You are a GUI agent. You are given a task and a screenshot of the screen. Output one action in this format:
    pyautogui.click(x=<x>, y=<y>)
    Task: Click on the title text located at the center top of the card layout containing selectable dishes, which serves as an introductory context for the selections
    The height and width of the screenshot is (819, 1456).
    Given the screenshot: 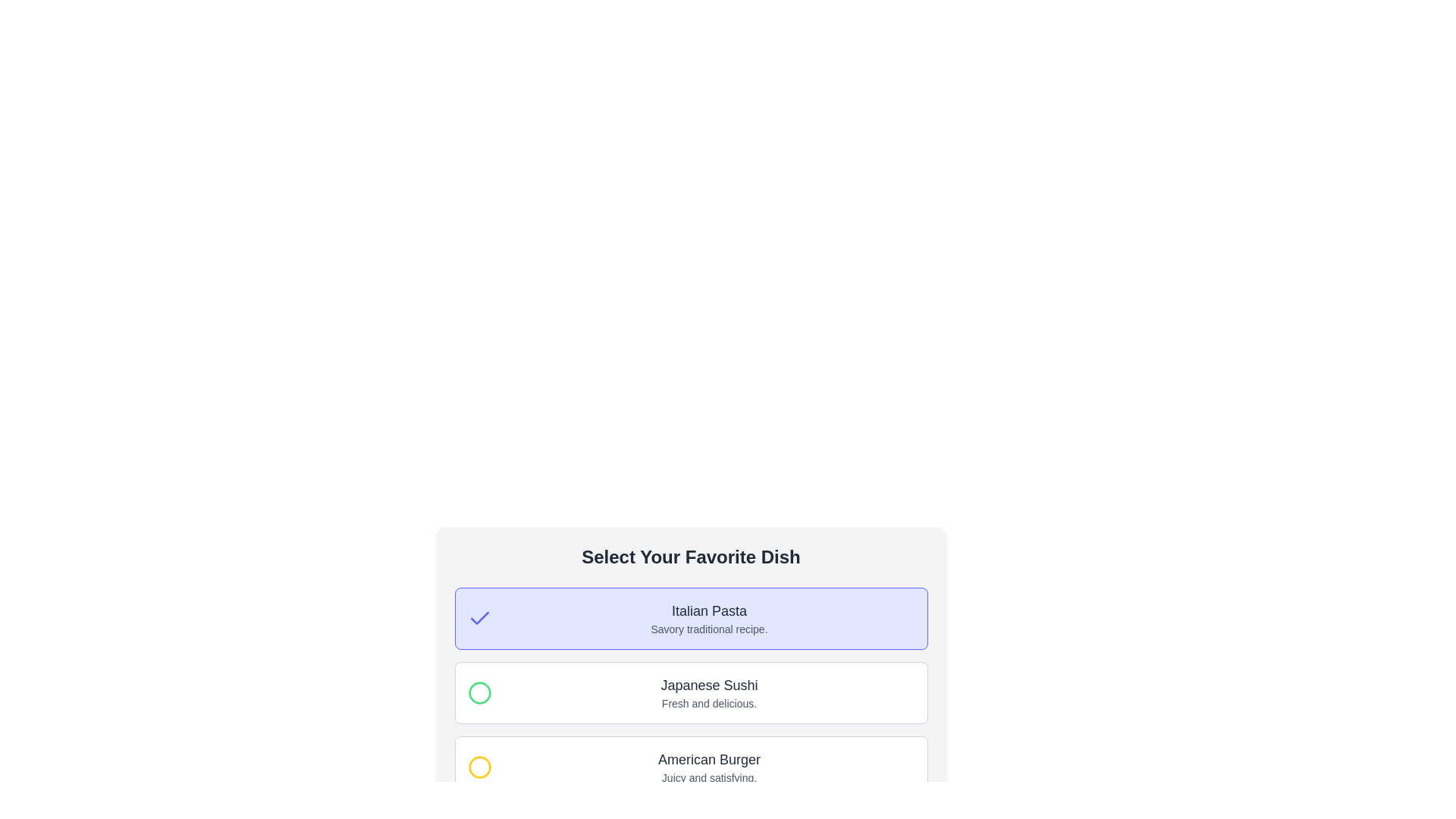 What is the action you would take?
    pyautogui.click(x=690, y=557)
    